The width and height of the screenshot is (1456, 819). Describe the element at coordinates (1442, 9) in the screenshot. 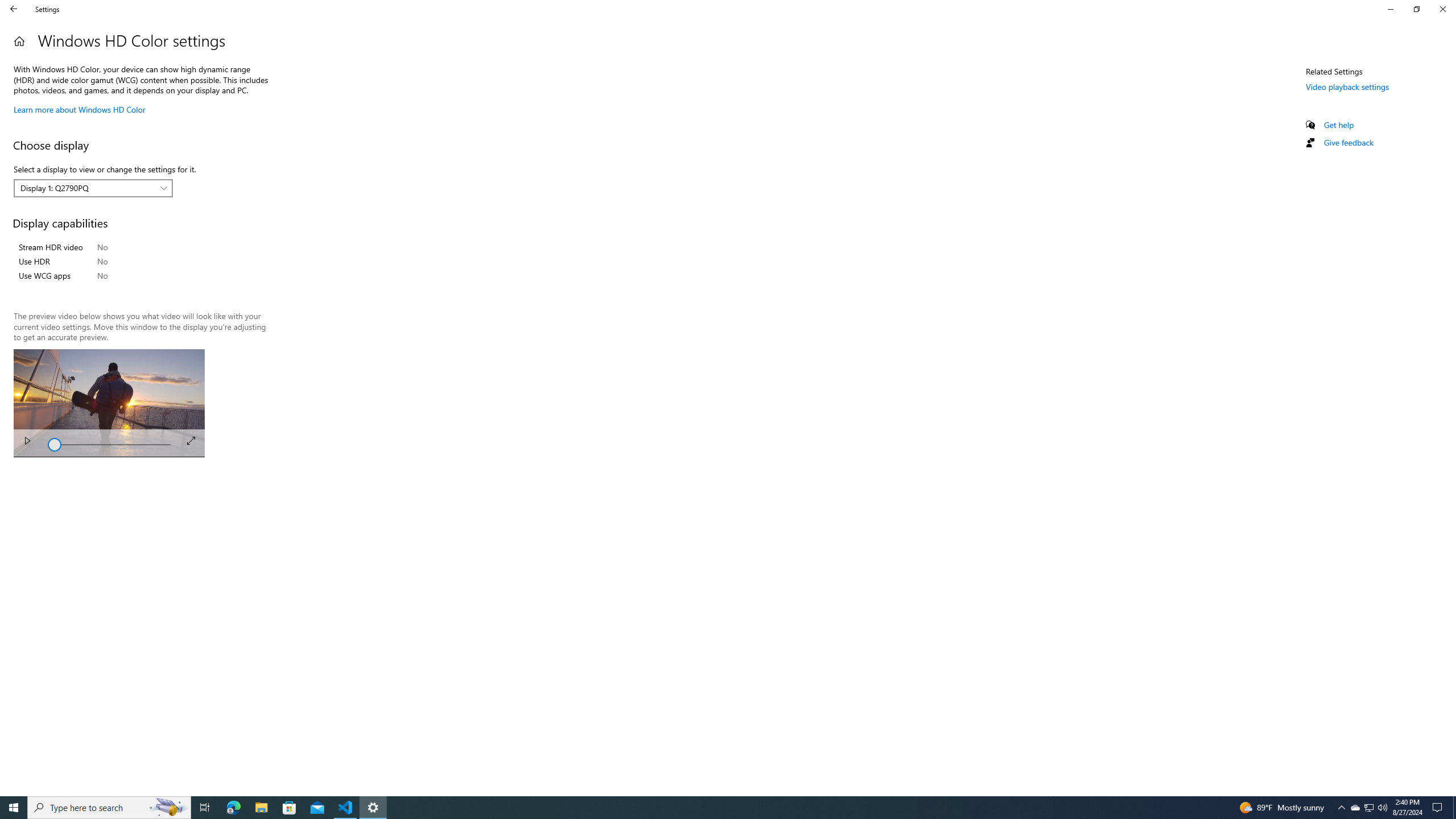

I see `'Close Settings'` at that location.